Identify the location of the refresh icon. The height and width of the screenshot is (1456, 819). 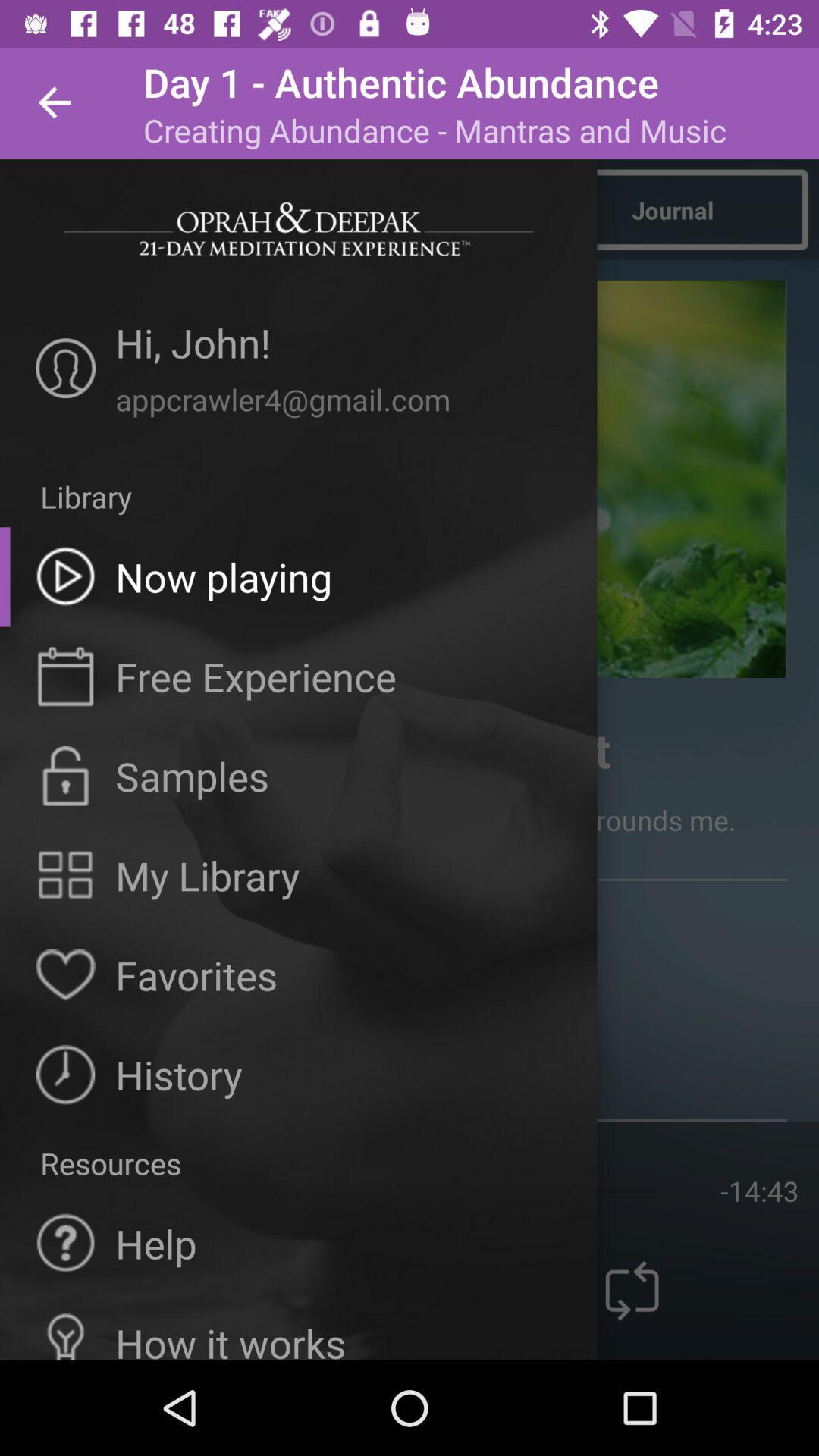
(632, 1290).